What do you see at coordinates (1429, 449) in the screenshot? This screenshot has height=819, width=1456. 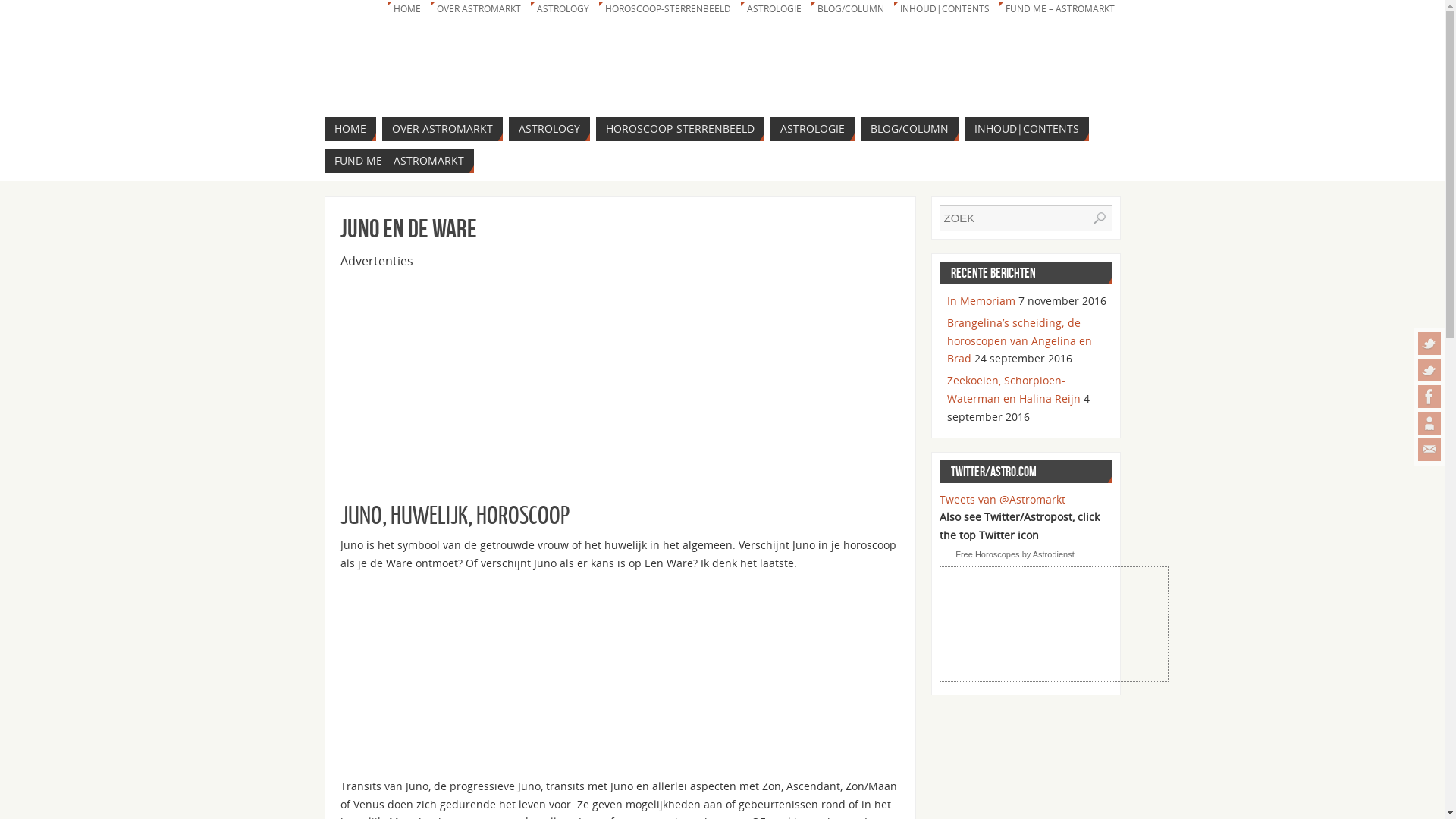 I see `'Astromarkt@gmail.com'` at bounding box center [1429, 449].